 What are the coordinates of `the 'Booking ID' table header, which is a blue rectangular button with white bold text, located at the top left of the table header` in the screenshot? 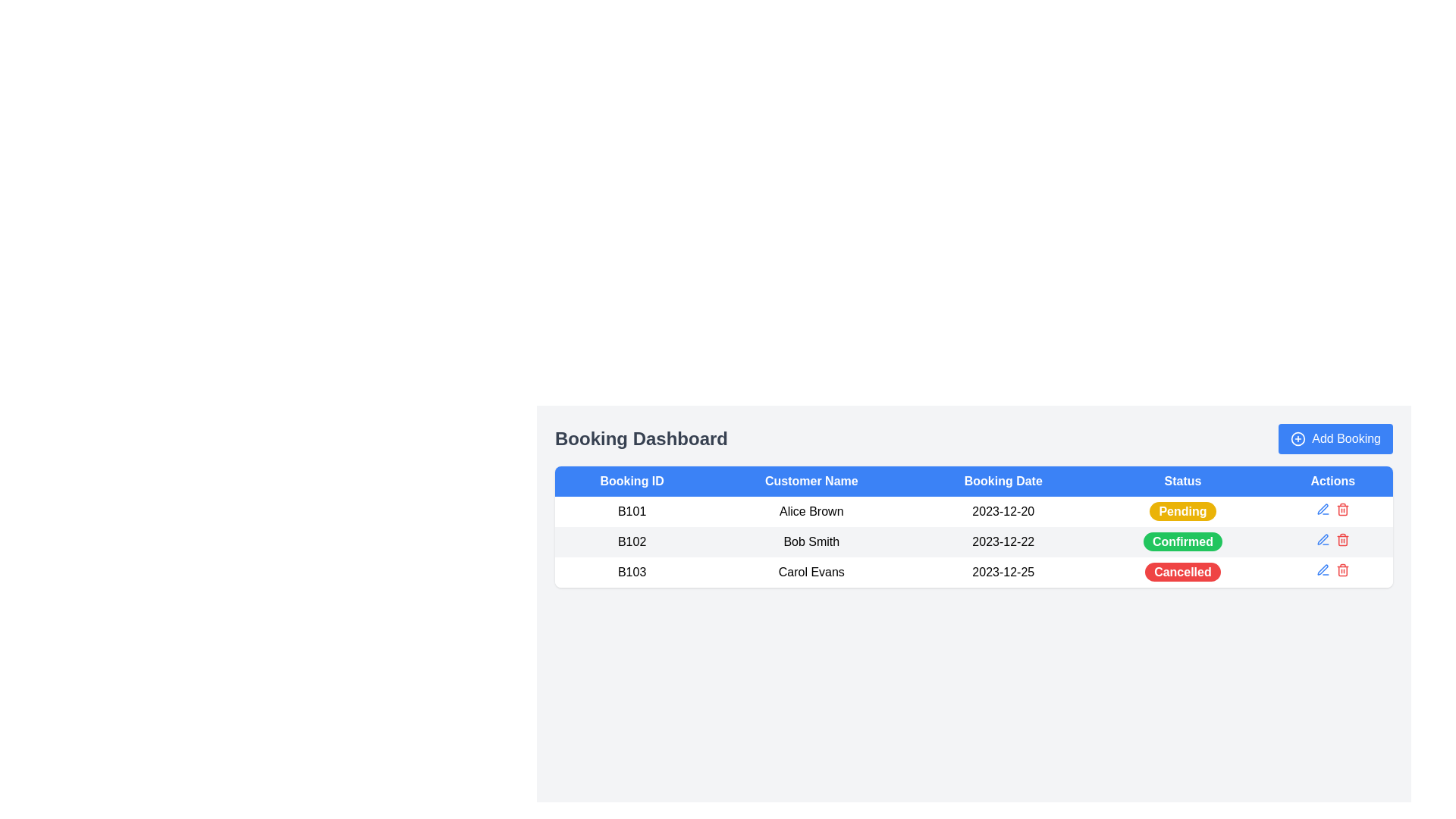 It's located at (632, 482).